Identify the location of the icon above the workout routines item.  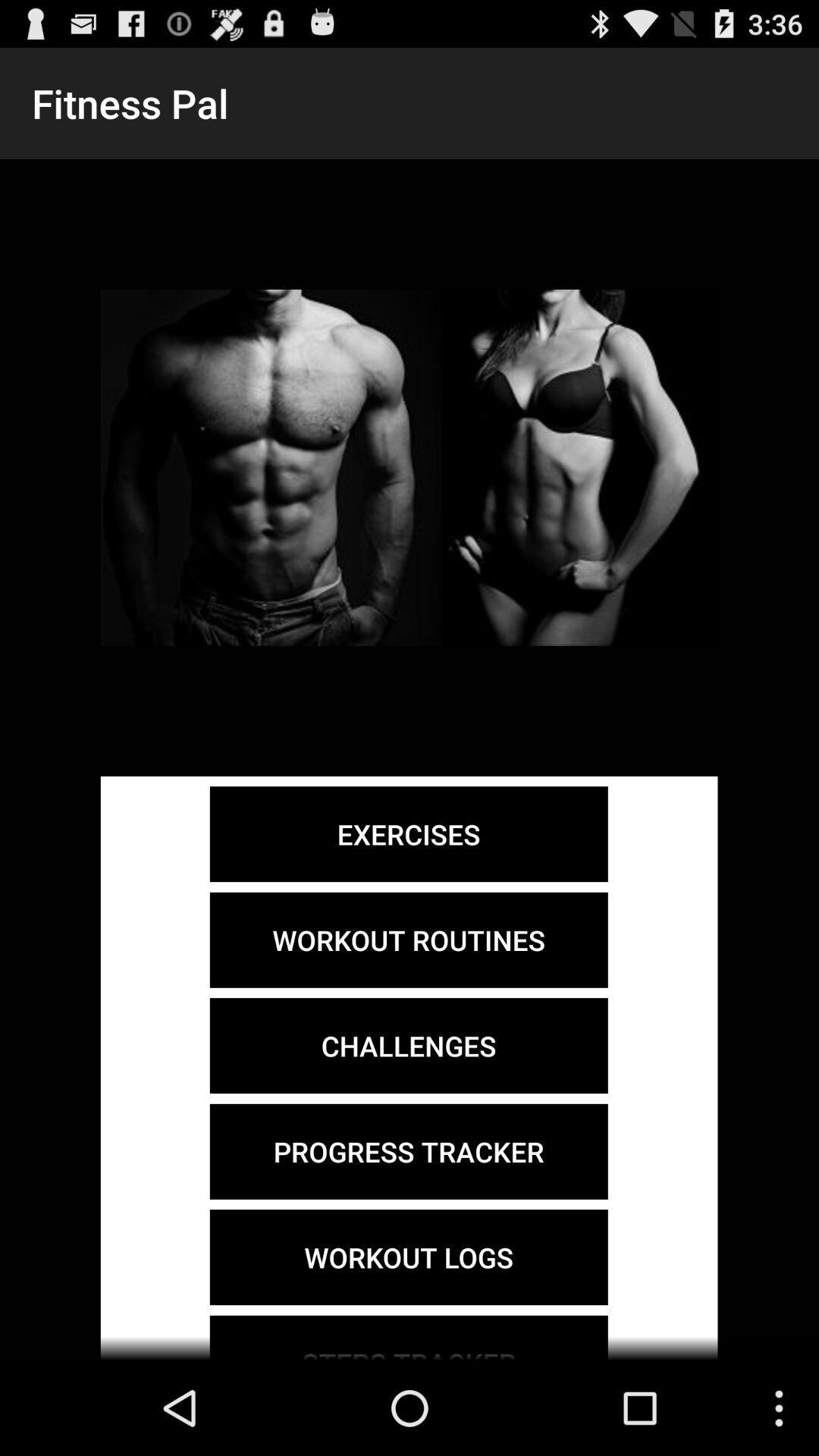
(408, 833).